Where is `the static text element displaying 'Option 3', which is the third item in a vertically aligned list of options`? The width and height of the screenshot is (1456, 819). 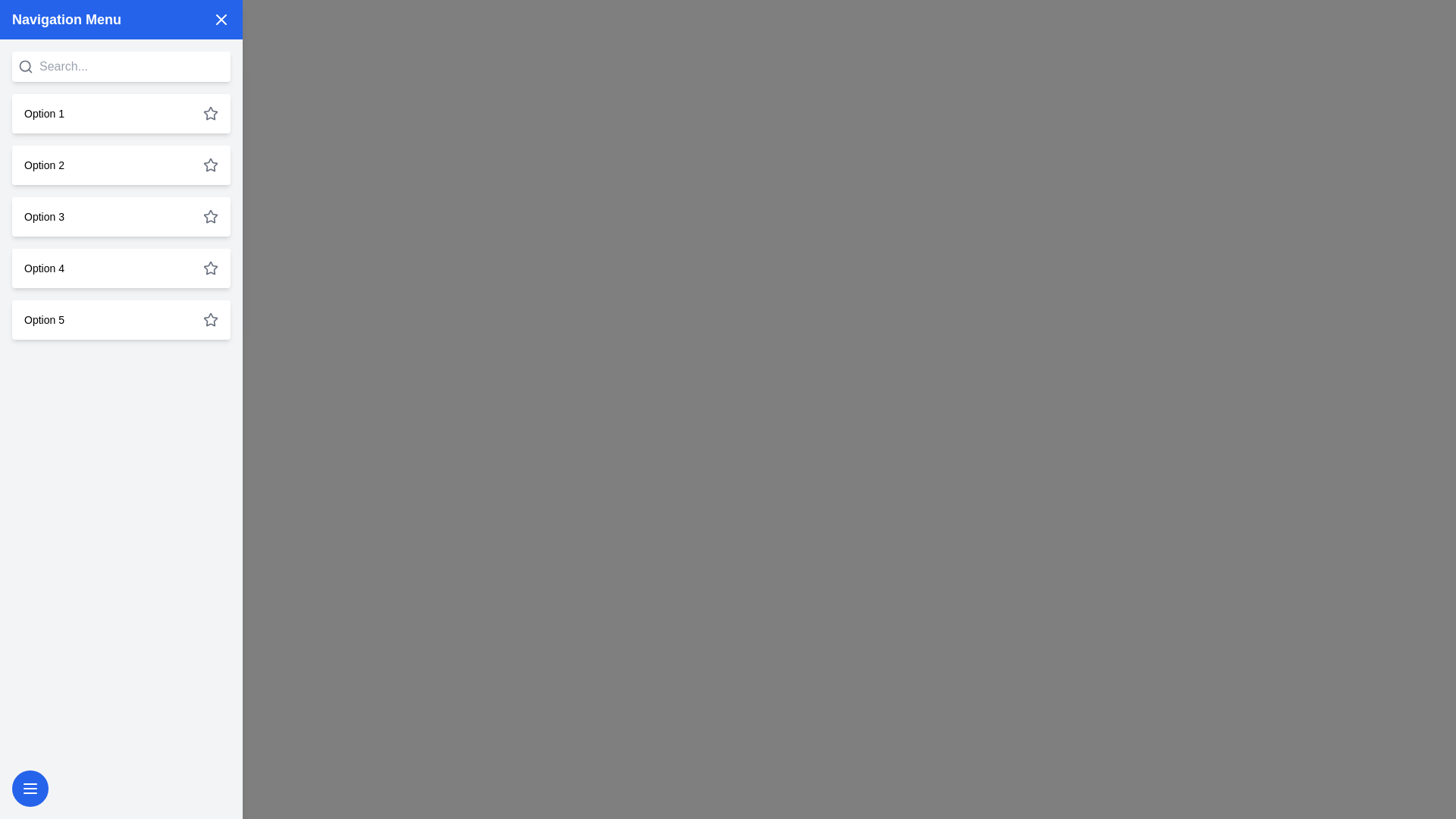 the static text element displaying 'Option 3', which is the third item in a vertically aligned list of options is located at coordinates (44, 216).